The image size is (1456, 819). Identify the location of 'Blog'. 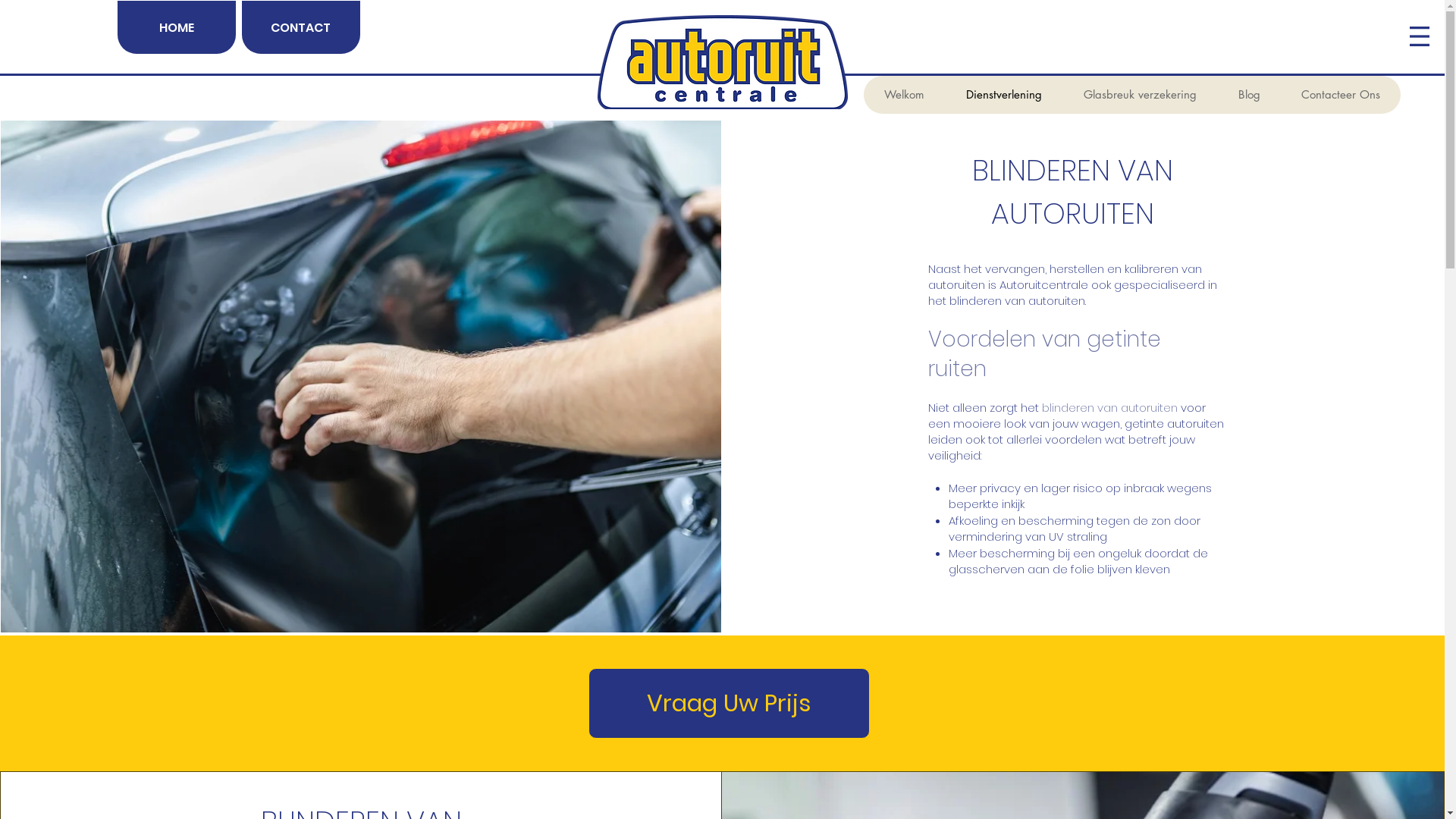
(1248, 94).